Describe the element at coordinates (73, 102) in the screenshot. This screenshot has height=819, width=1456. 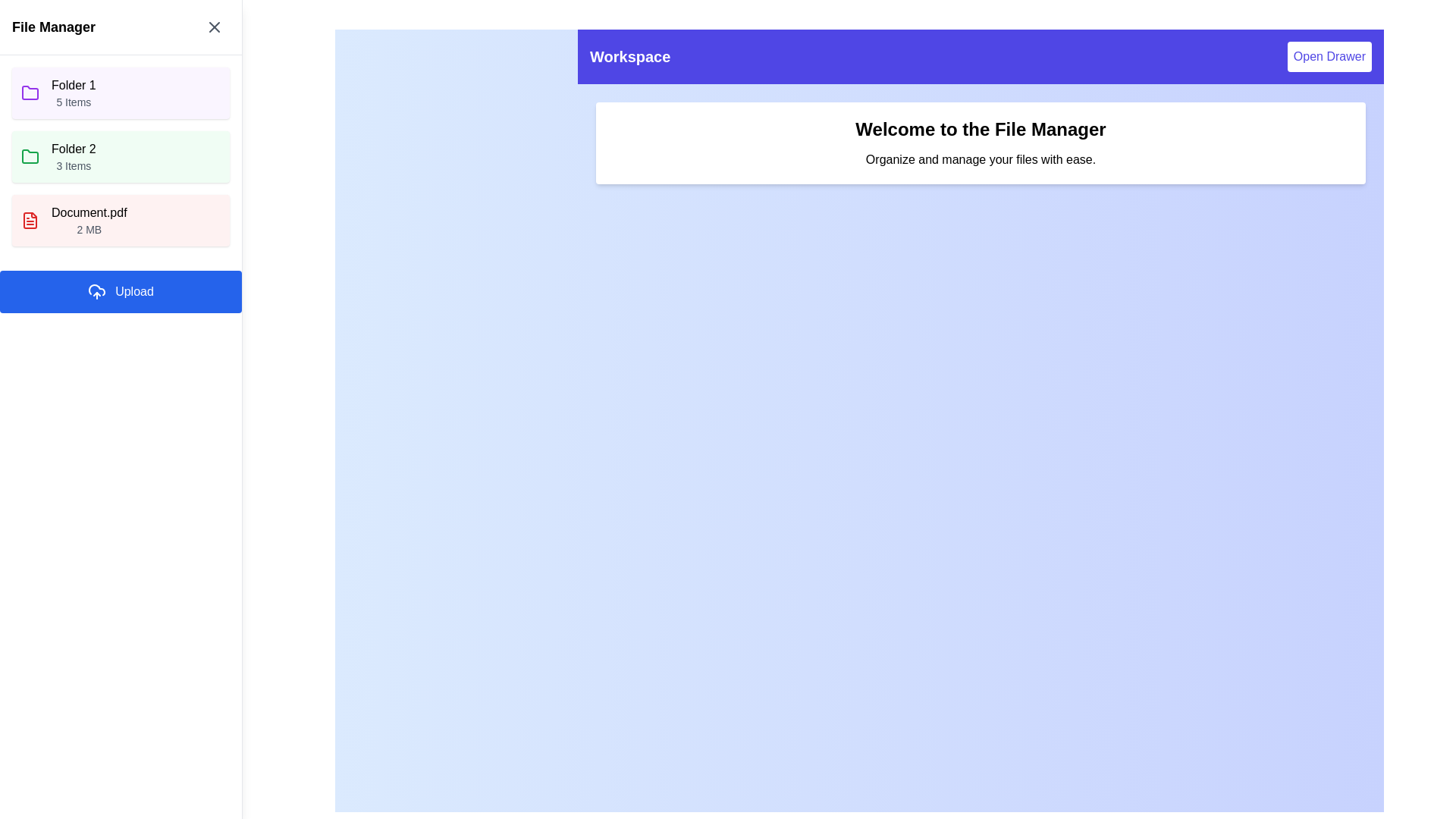
I see `the text label that reads '5 Items', located below 'Folder 1' in the sidebar` at that location.